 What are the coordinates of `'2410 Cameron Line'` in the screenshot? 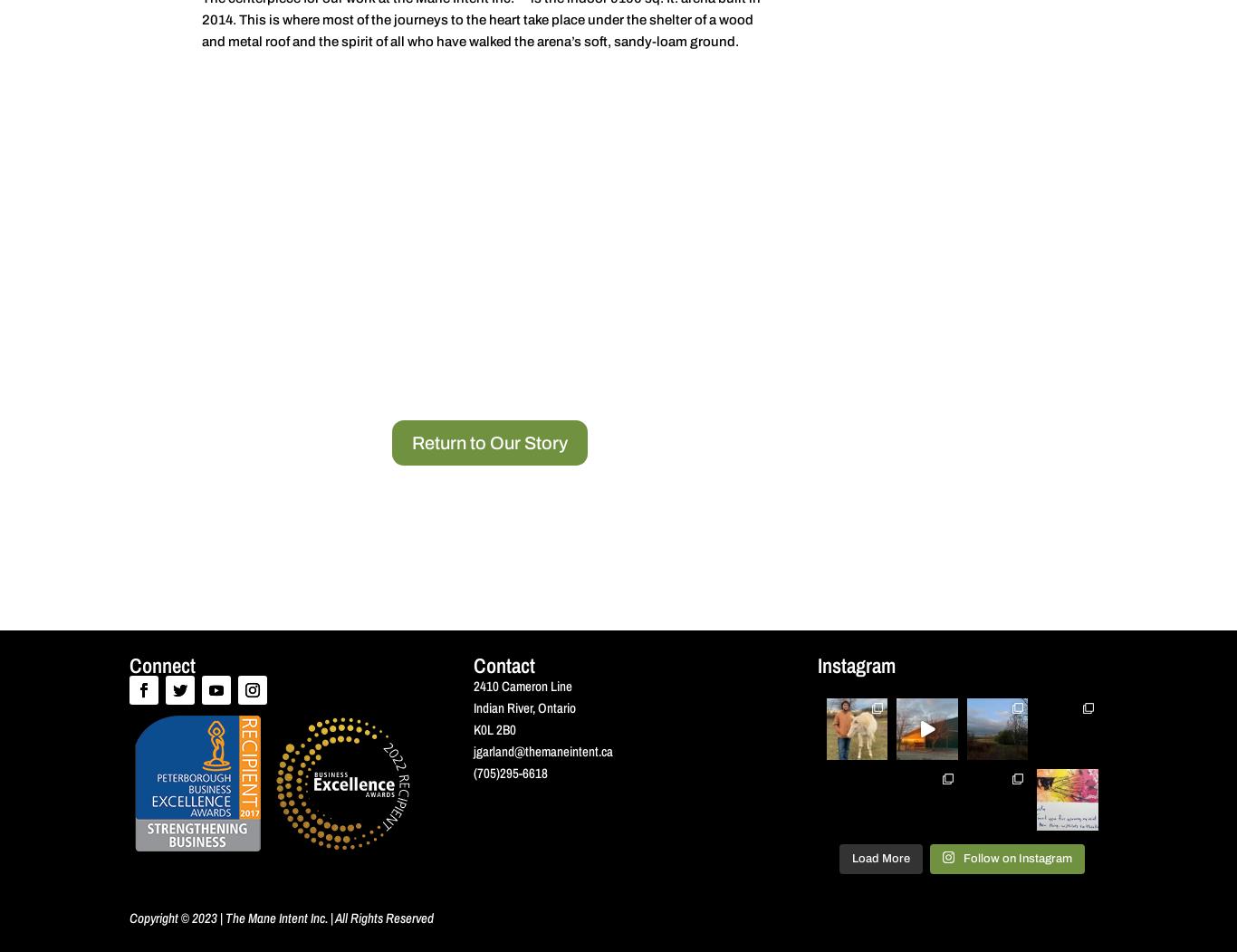 It's located at (521, 686).